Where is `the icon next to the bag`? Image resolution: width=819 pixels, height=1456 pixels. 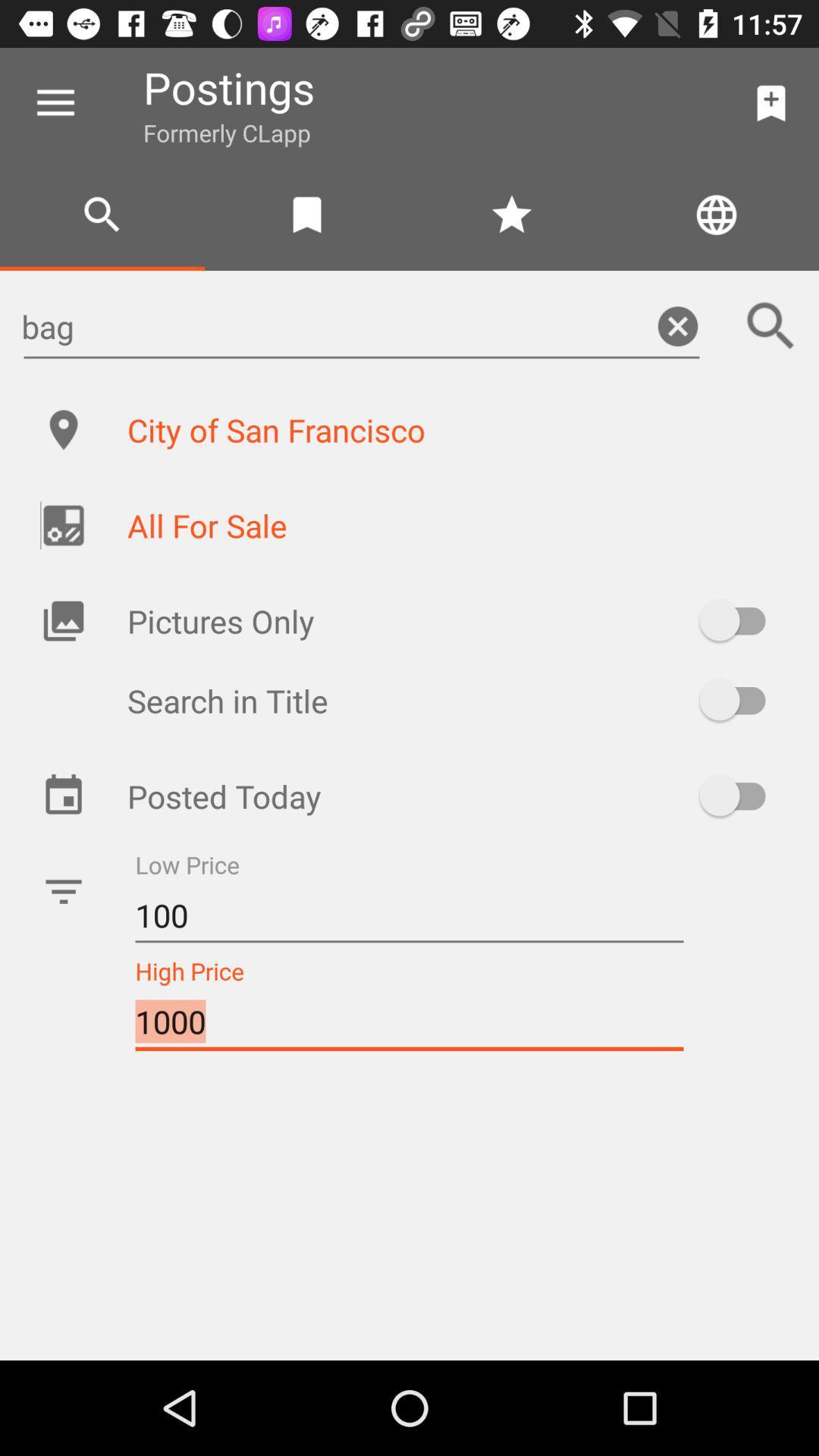 the icon next to the bag is located at coordinates (771, 325).